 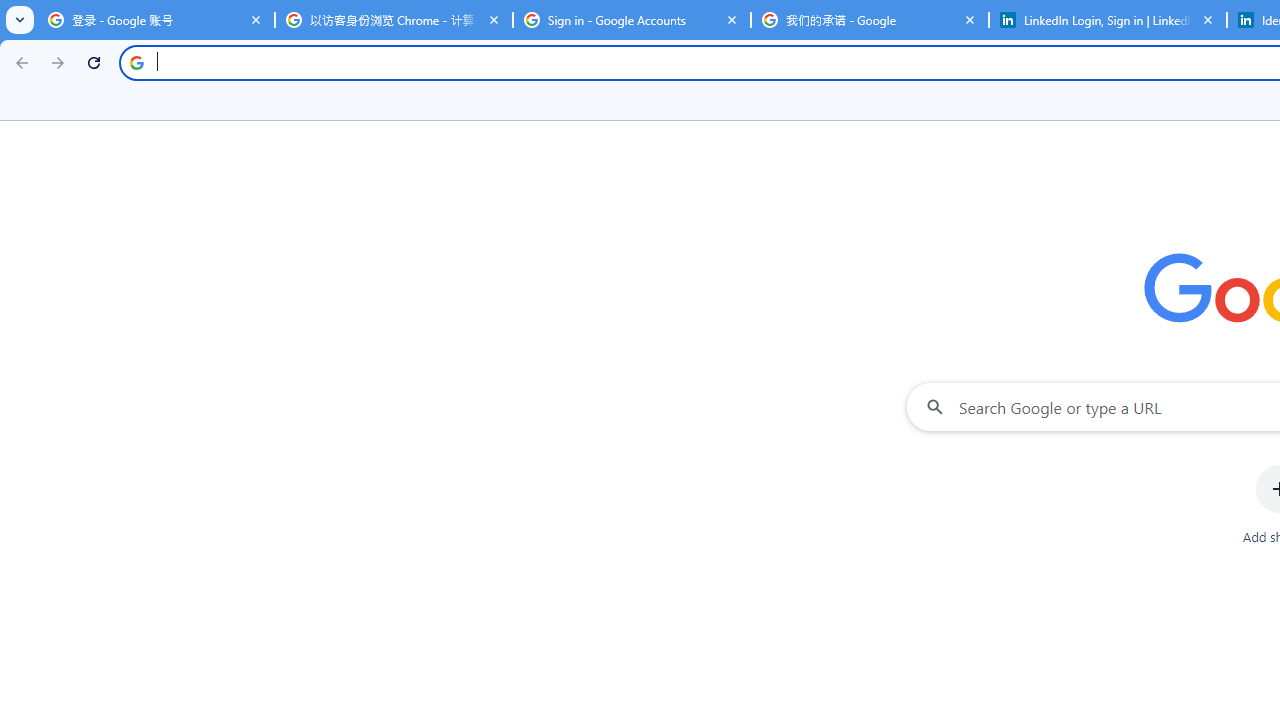 I want to click on 'Search tabs', so click(x=20, y=20).